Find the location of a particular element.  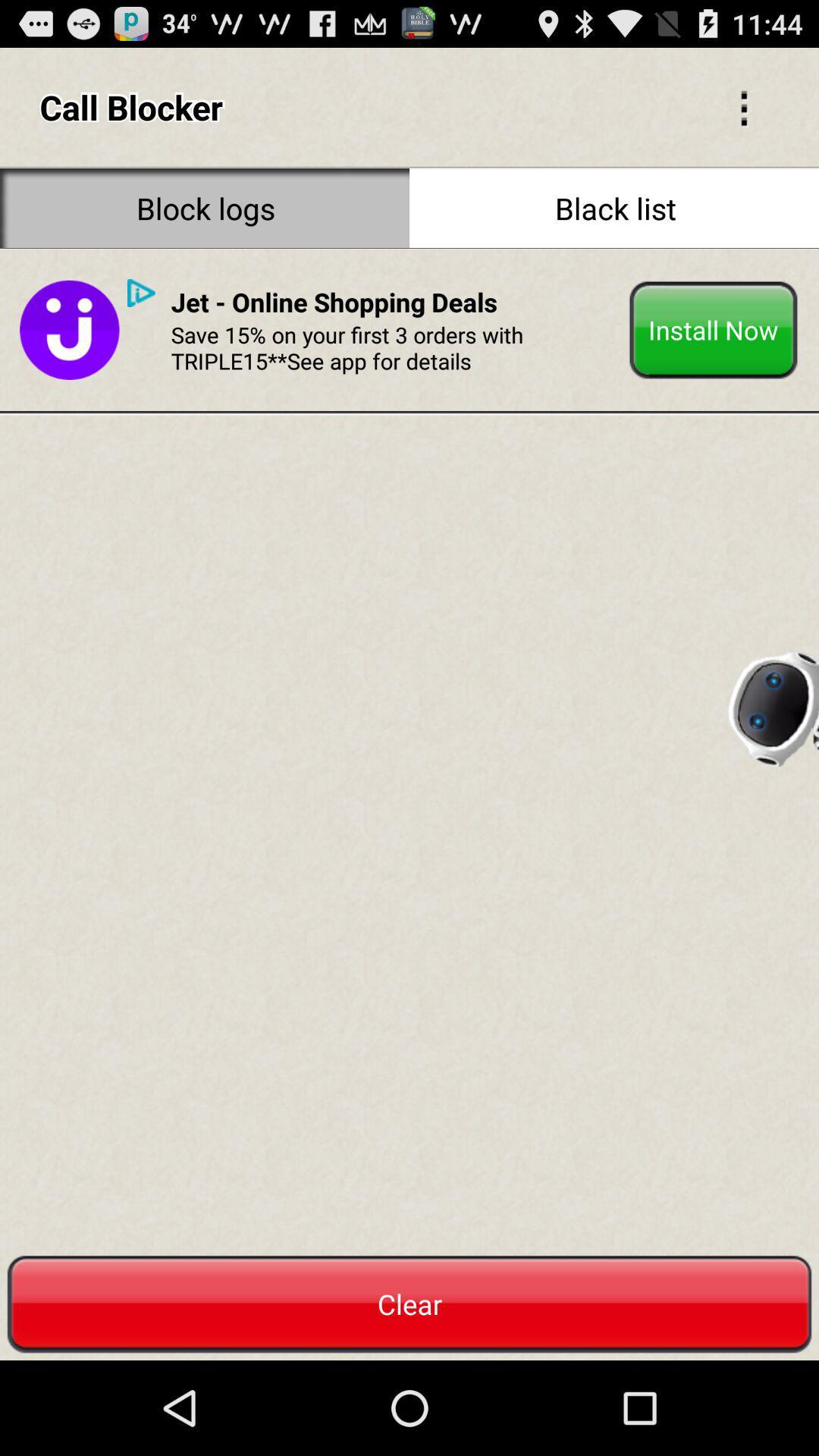

jet online shopping is located at coordinates (333, 302).